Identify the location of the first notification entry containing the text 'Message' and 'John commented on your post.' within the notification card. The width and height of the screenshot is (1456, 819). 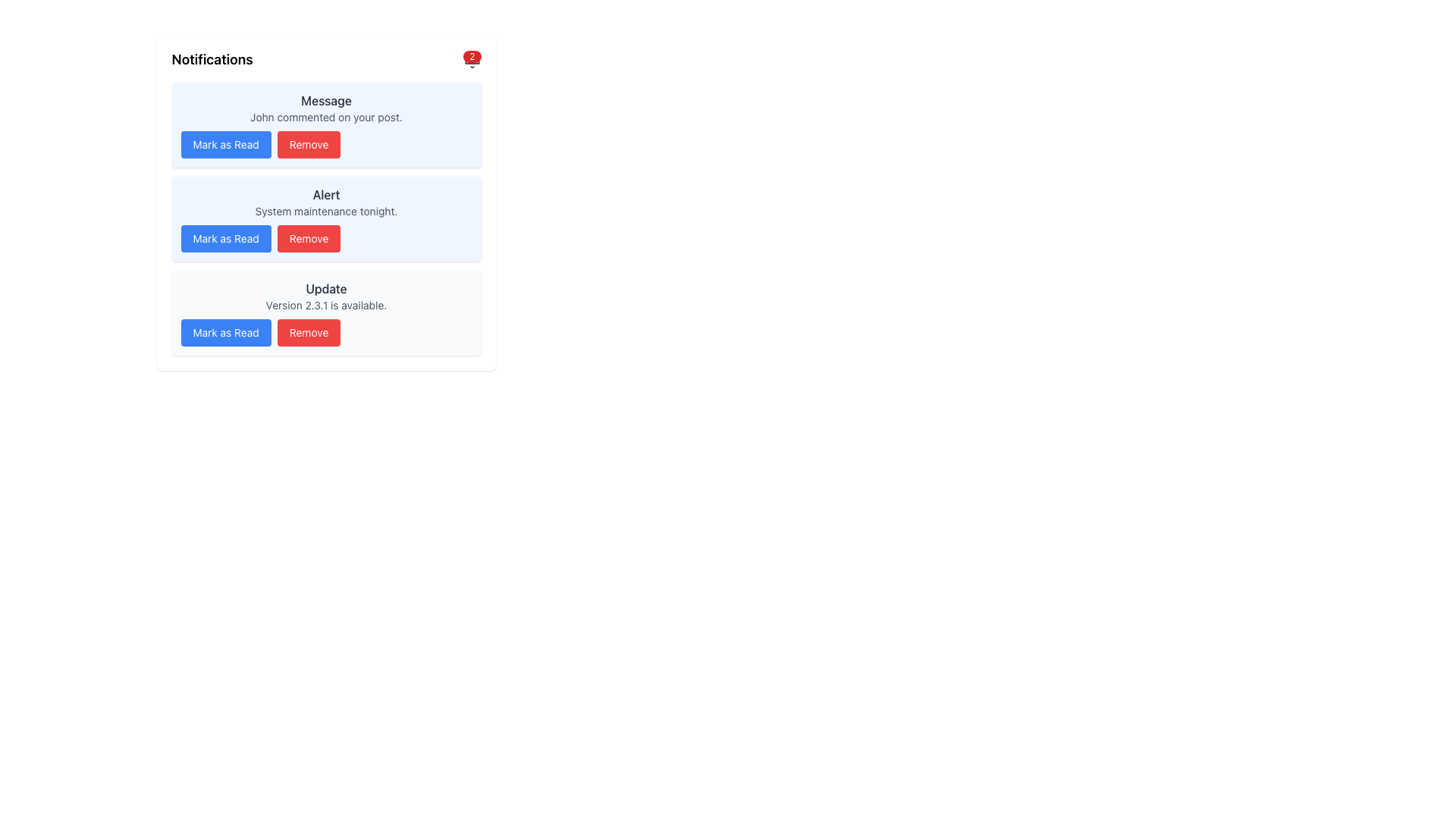
(325, 107).